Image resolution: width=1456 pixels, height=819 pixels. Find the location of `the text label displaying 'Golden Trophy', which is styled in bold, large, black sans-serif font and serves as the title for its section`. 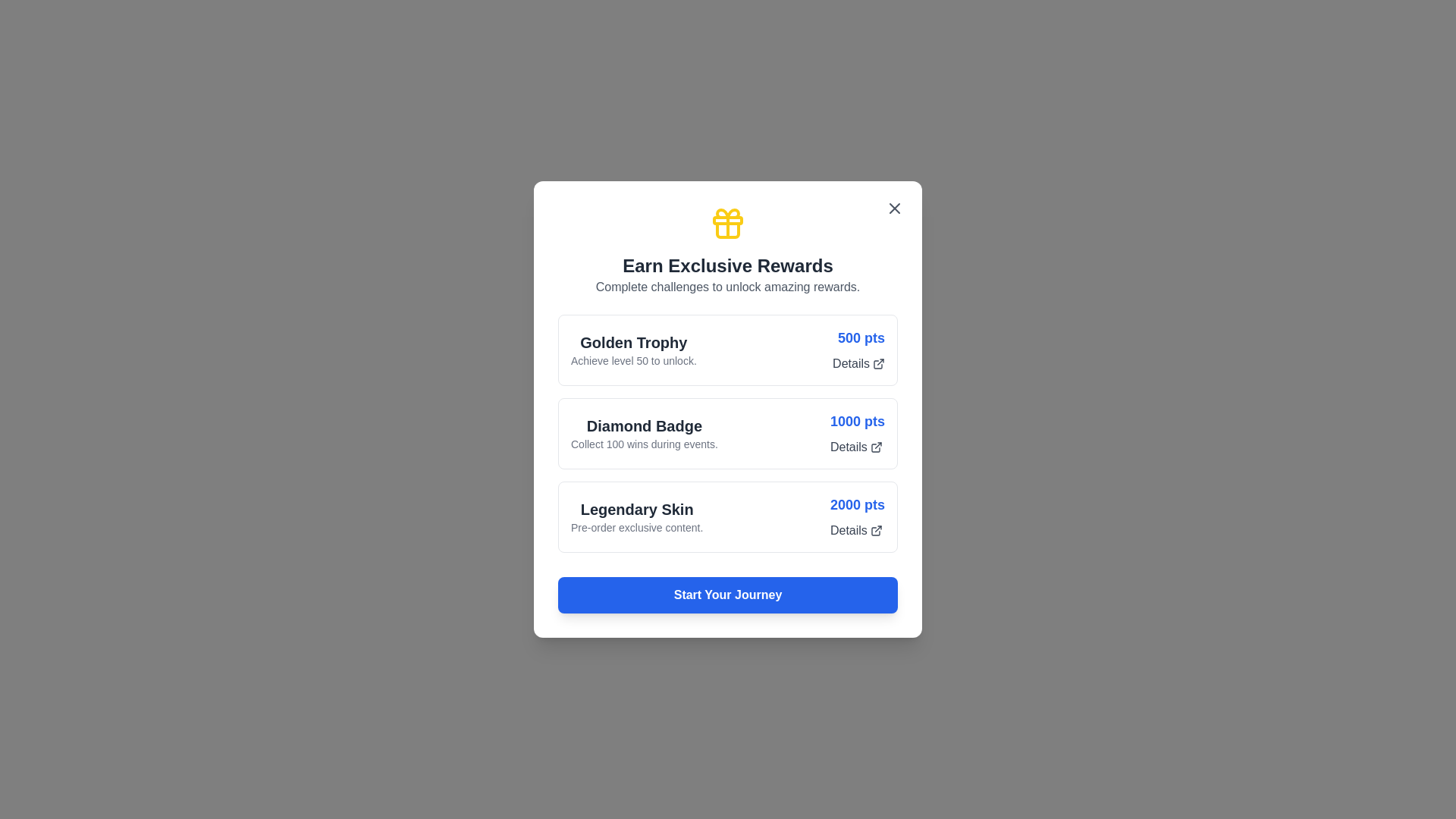

the text label displaying 'Golden Trophy', which is styled in bold, large, black sans-serif font and serves as the title for its section is located at coordinates (633, 342).